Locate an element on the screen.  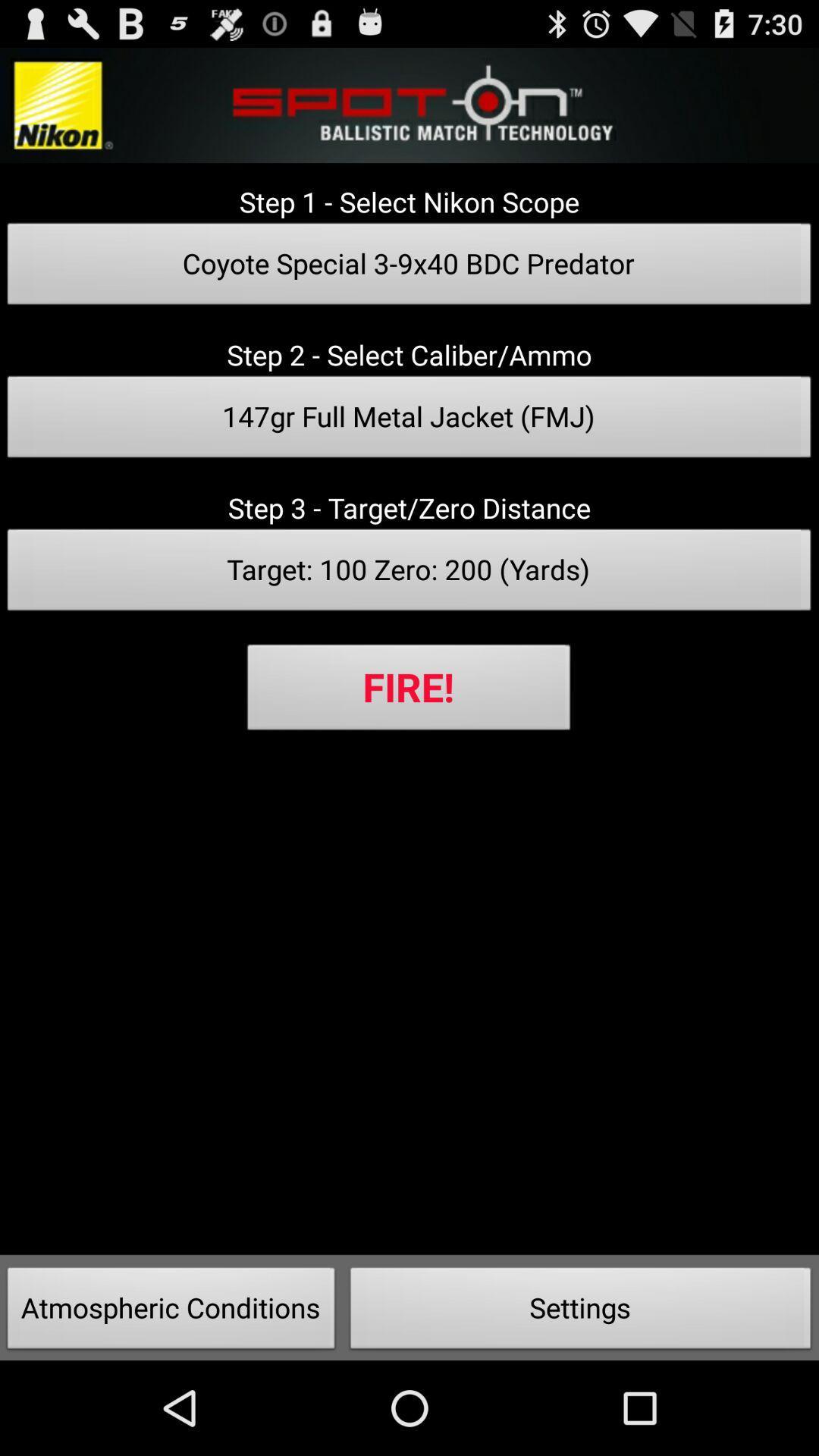
the 147gr full metal icon is located at coordinates (409, 421).